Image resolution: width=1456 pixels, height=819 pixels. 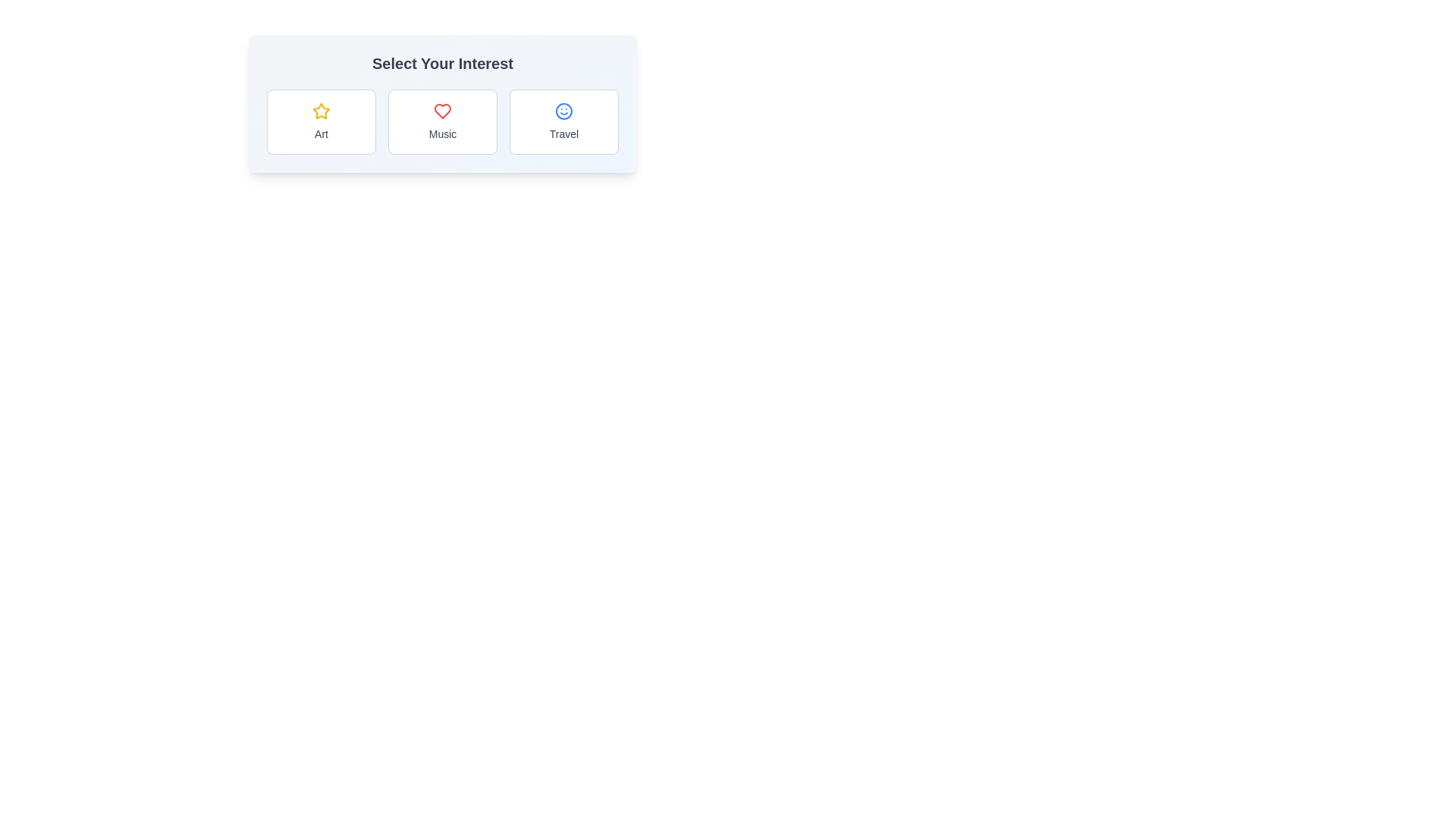 I want to click on text content of the descriptive label for the 'Travel' selection option located beneath the smiley face icon in the rightmost card of the three horizontally aligned cards, so click(x=563, y=133).